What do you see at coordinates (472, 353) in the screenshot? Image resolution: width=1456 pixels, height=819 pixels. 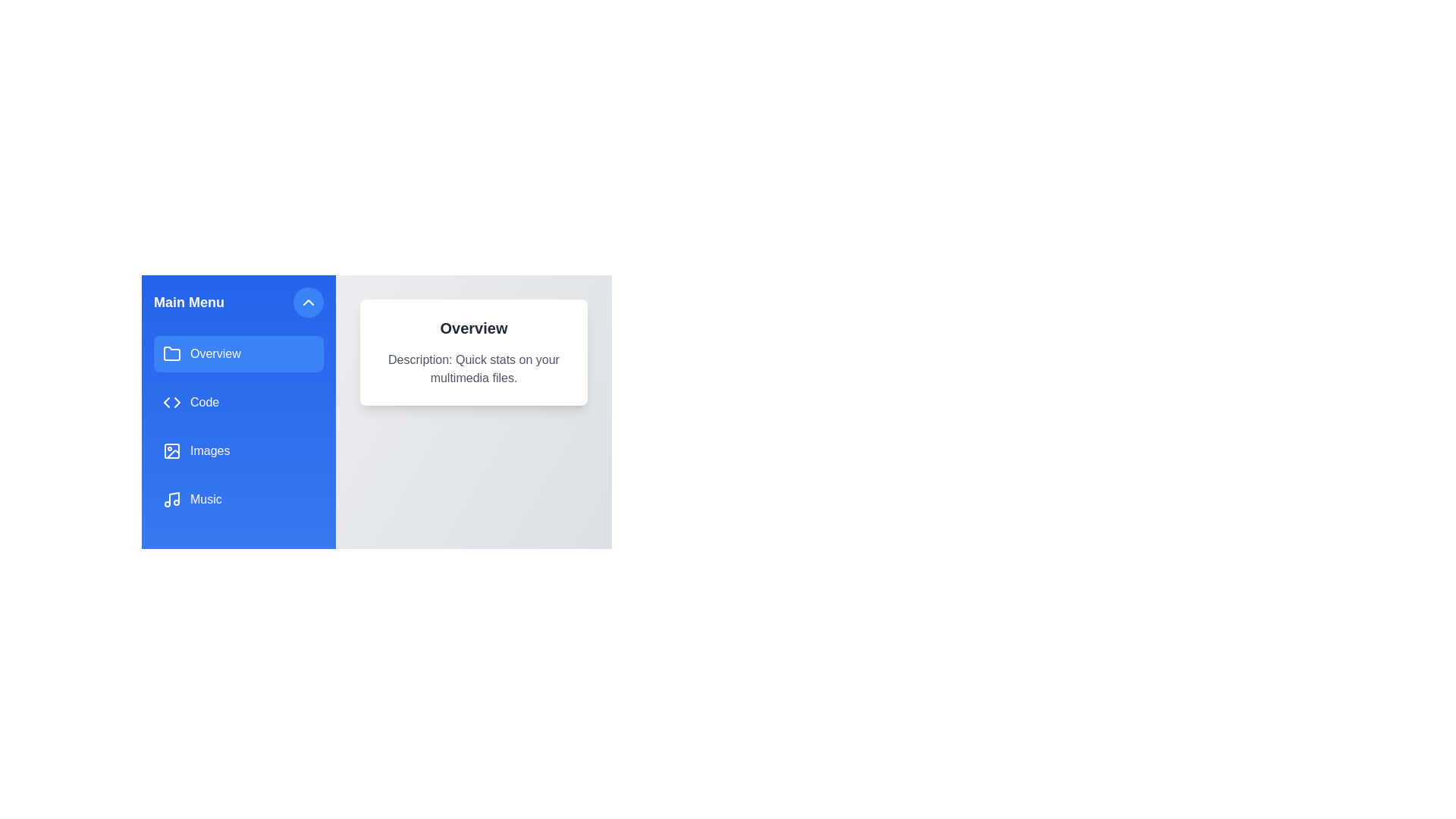 I see `the informational panel titled 'Overview' to access related content` at bounding box center [472, 353].